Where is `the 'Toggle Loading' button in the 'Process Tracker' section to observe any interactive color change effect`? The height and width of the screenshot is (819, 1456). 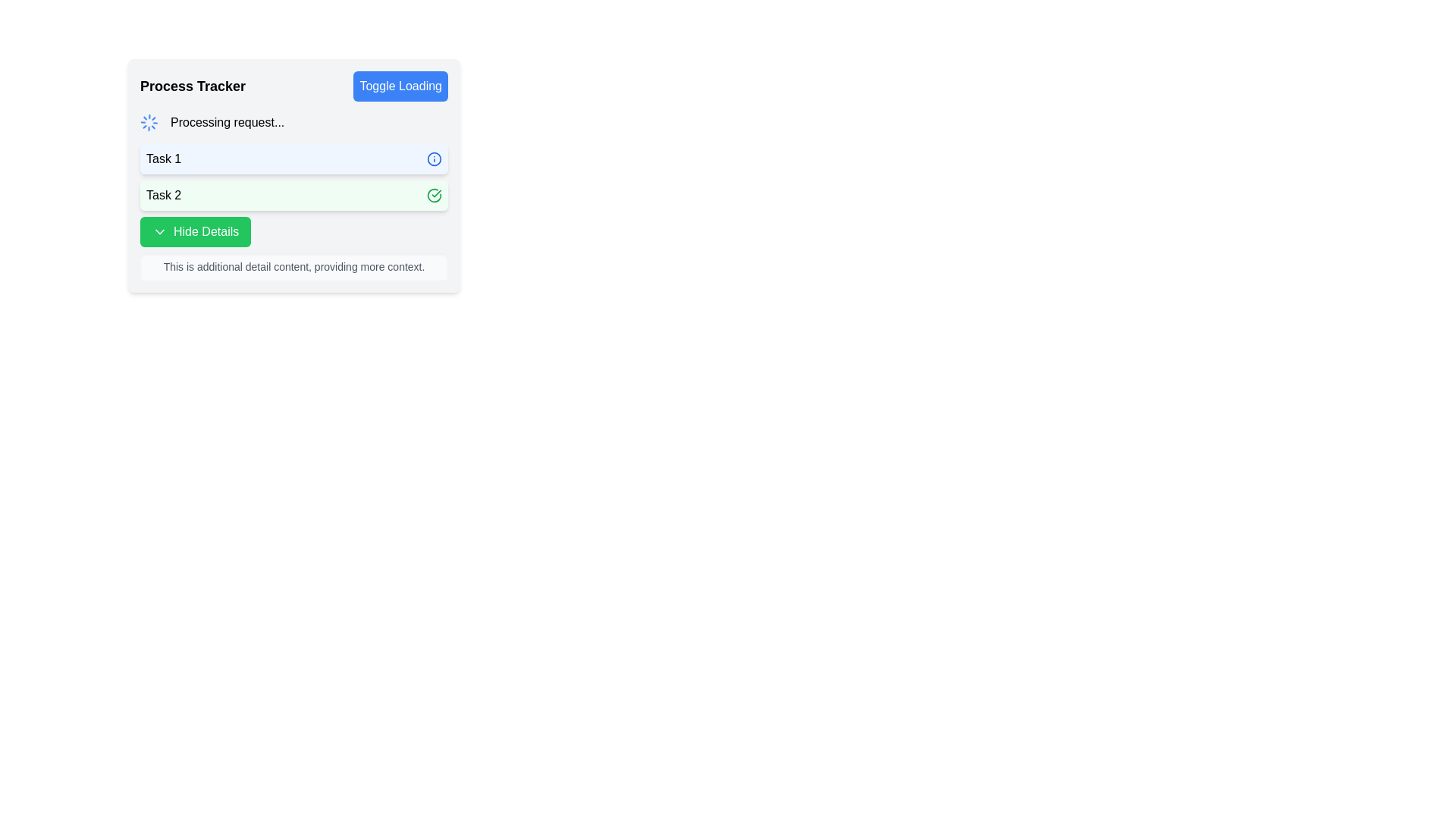 the 'Toggle Loading' button in the 'Process Tracker' section to observe any interactive color change effect is located at coordinates (294, 86).